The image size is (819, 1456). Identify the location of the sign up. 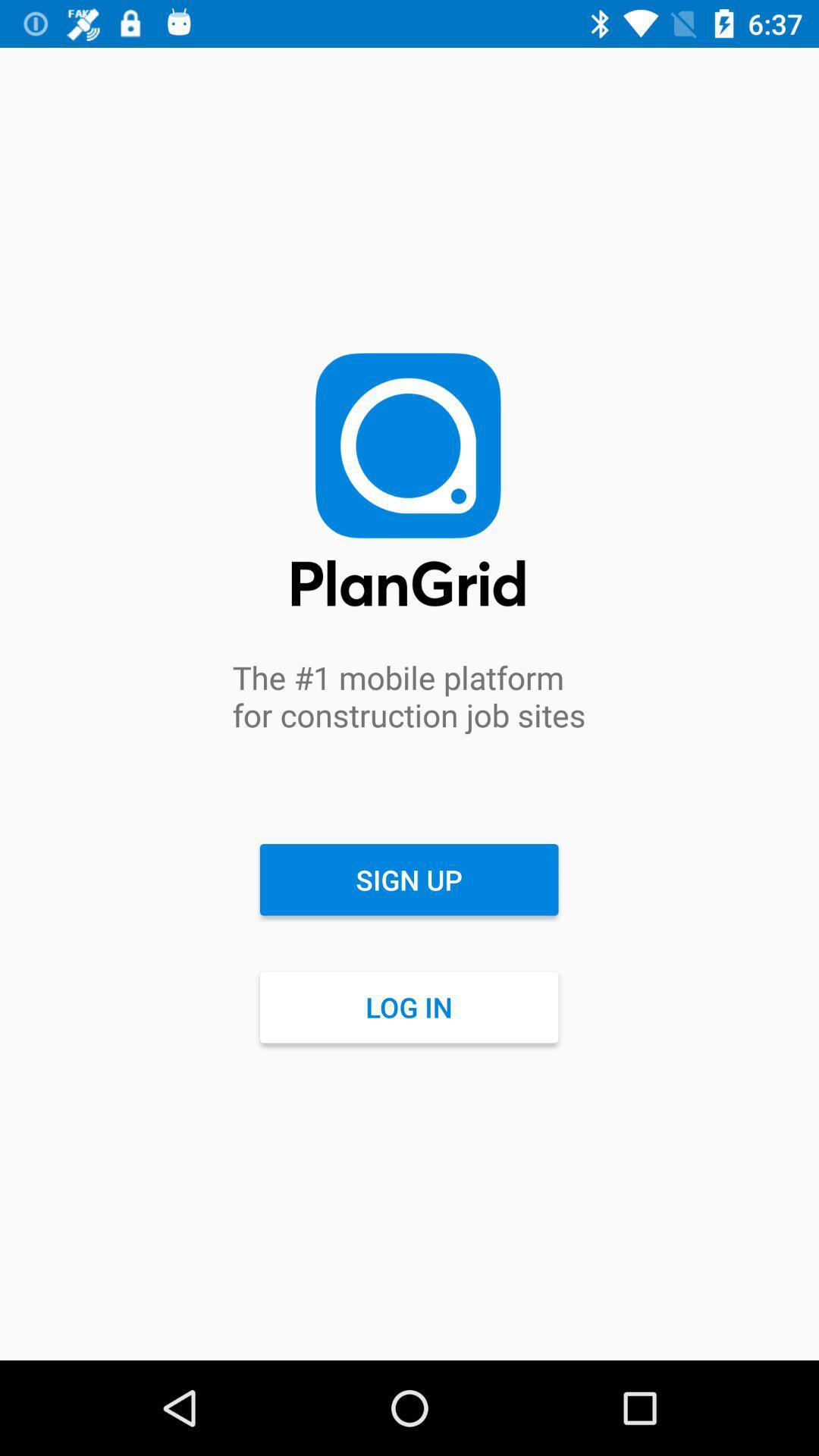
(408, 880).